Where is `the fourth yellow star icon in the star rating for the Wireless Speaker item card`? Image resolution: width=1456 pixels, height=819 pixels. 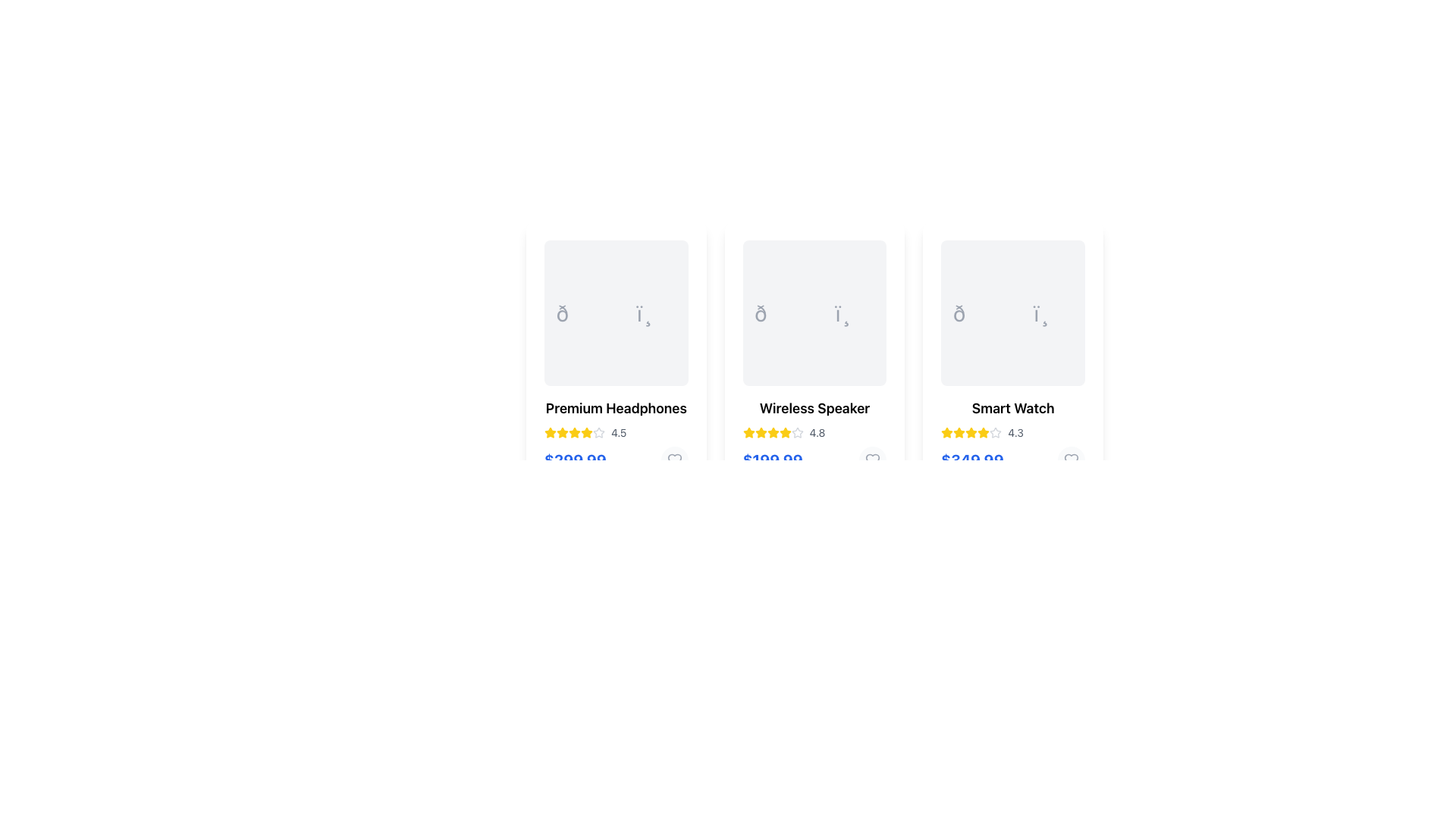 the fourth yellow star icon in the star rating for the Wireless Speaker item card is located at coordinates (773, 432).